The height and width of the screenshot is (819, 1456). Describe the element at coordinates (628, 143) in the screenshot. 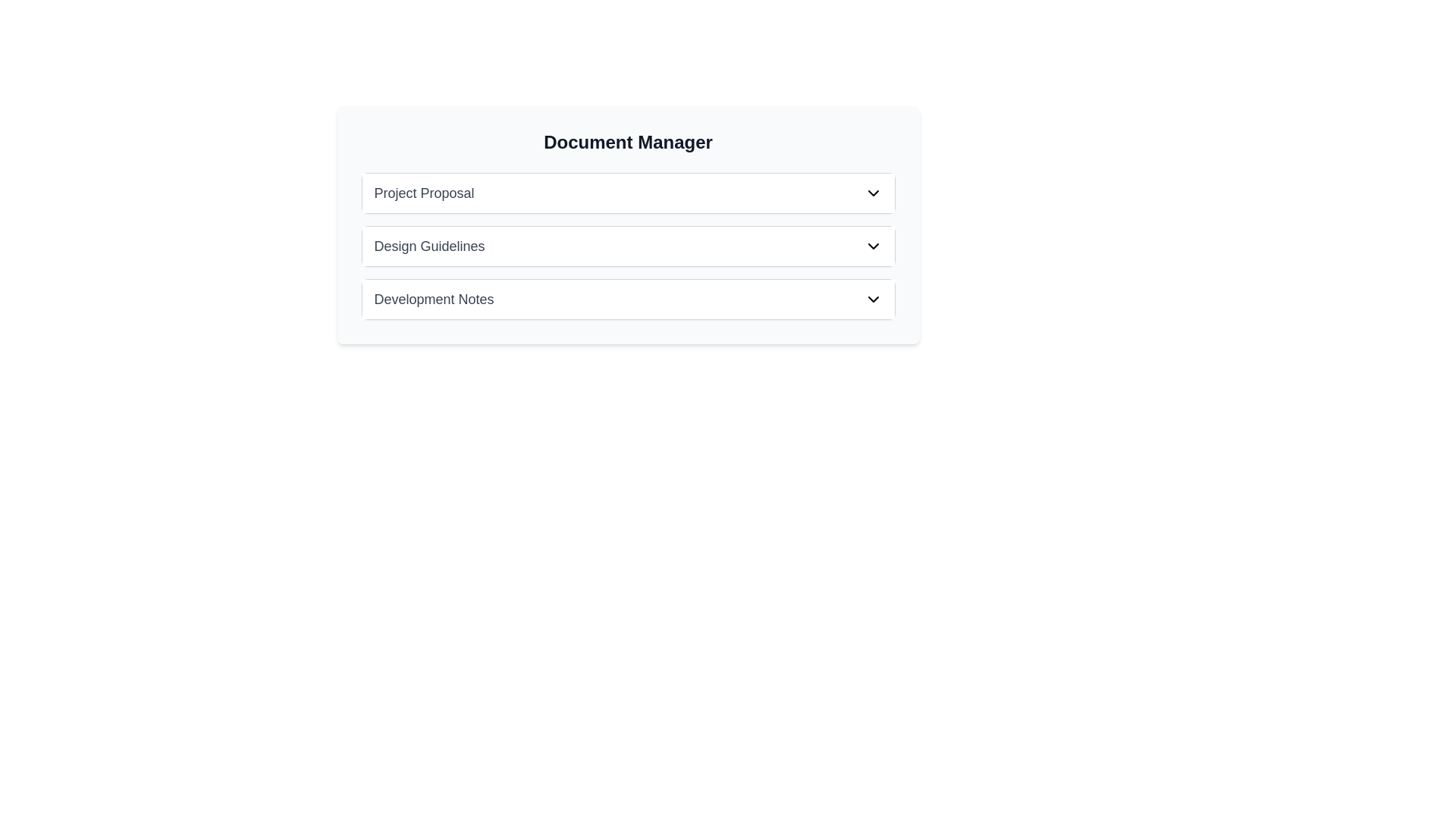

I see `the 'Document Manager' text label, which is displayed in a bold font and centered at the top of the document-related interface` at that location.